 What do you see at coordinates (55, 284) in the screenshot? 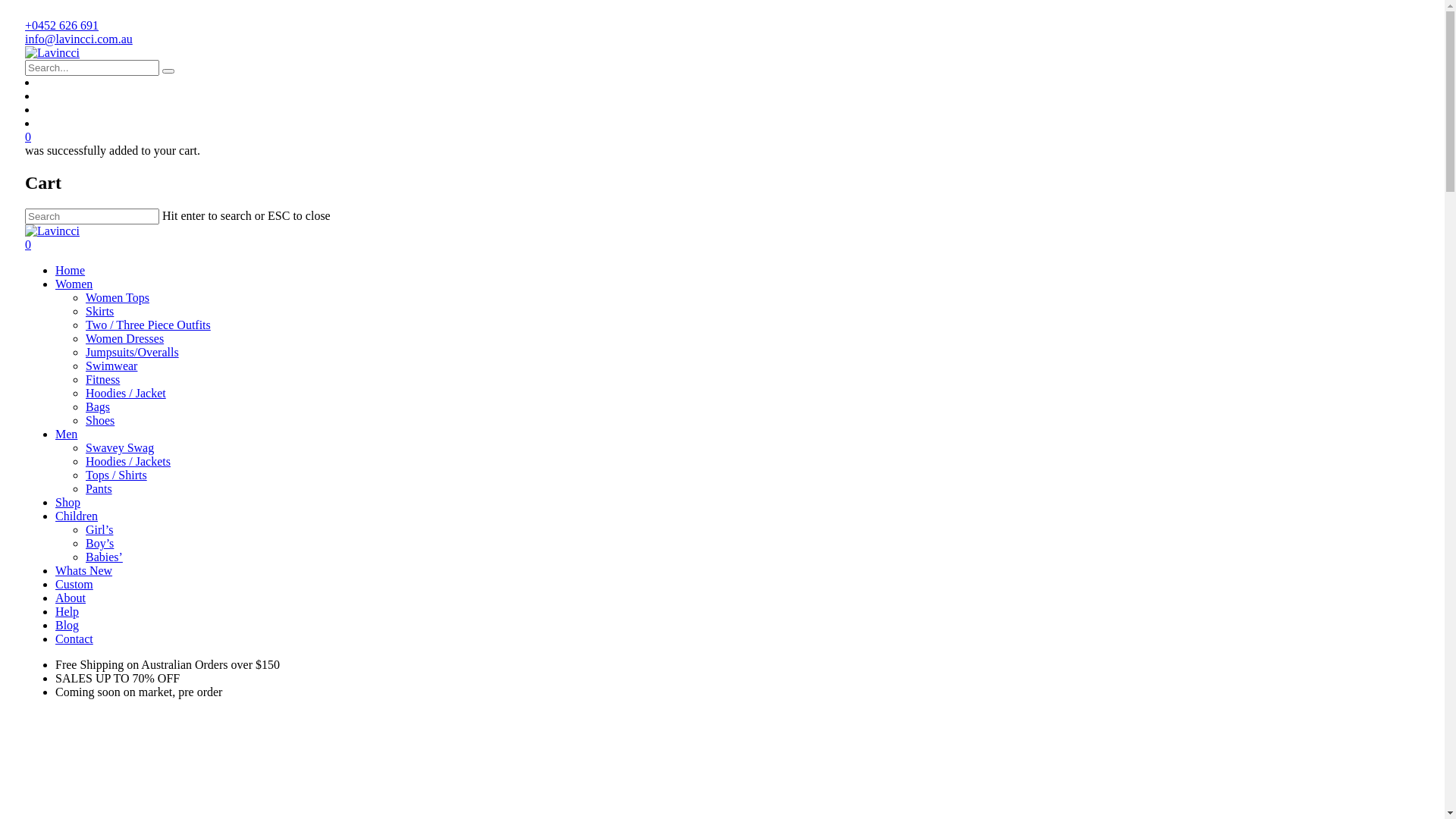
I see `'Women'` at bounding box center [55, 284].